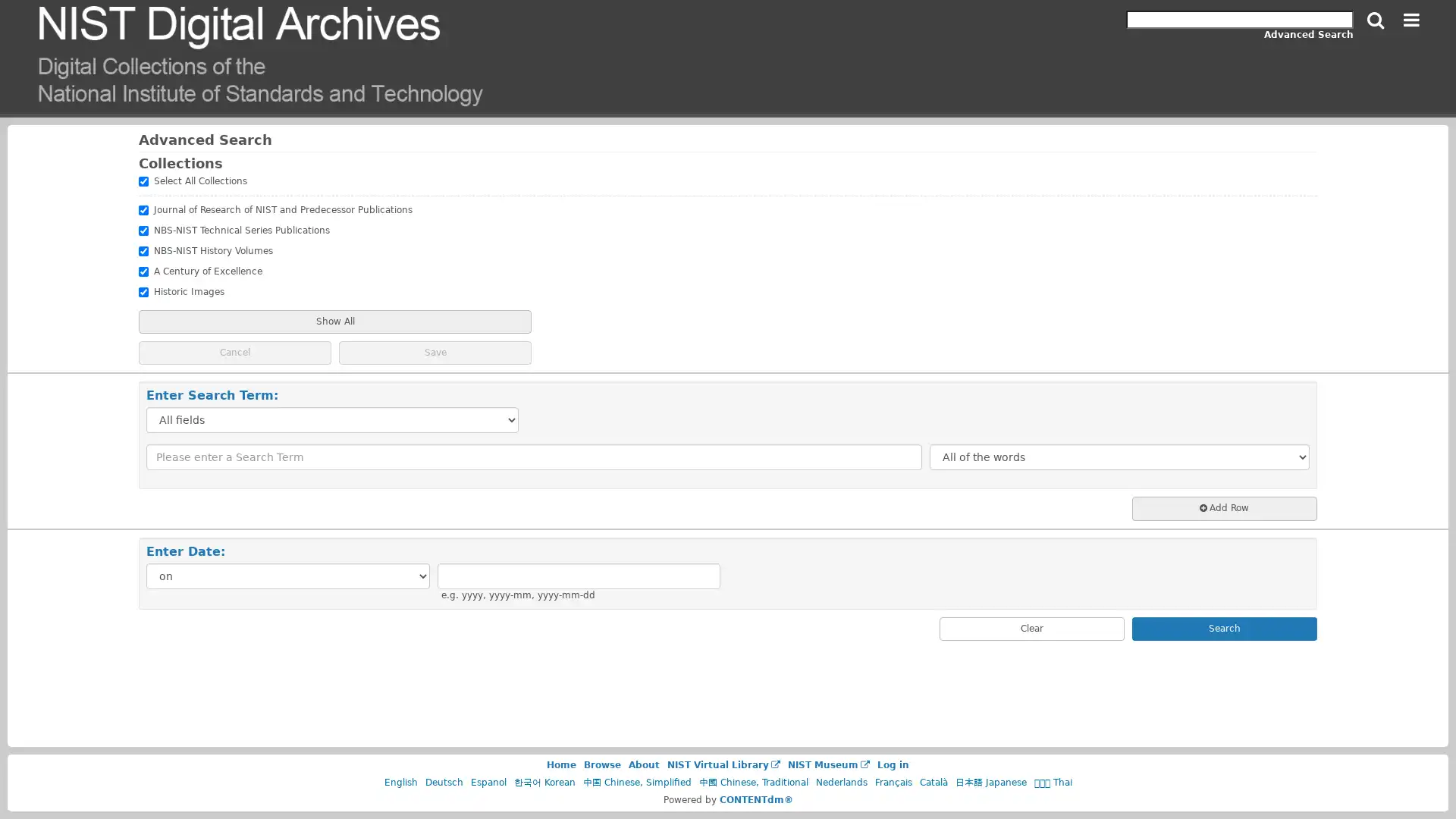 This screenshot has height=819, width=1456. What do you see at coordinates (234, 352) in the screenshot?
I see `Cancel` at bounding box center [234, 352].